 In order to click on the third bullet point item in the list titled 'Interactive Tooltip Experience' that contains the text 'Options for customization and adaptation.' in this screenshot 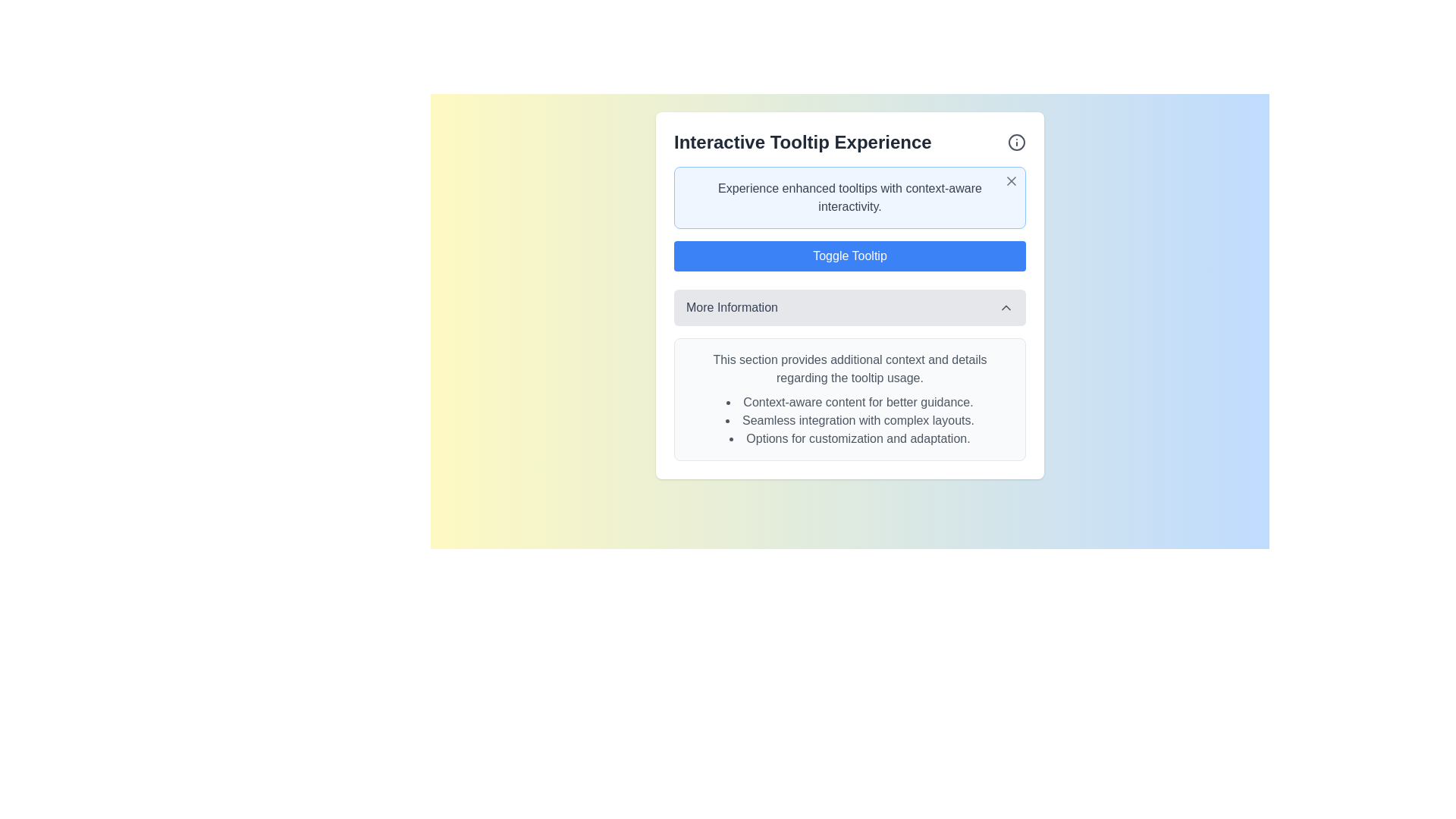, I will do `click(850, 438)`.